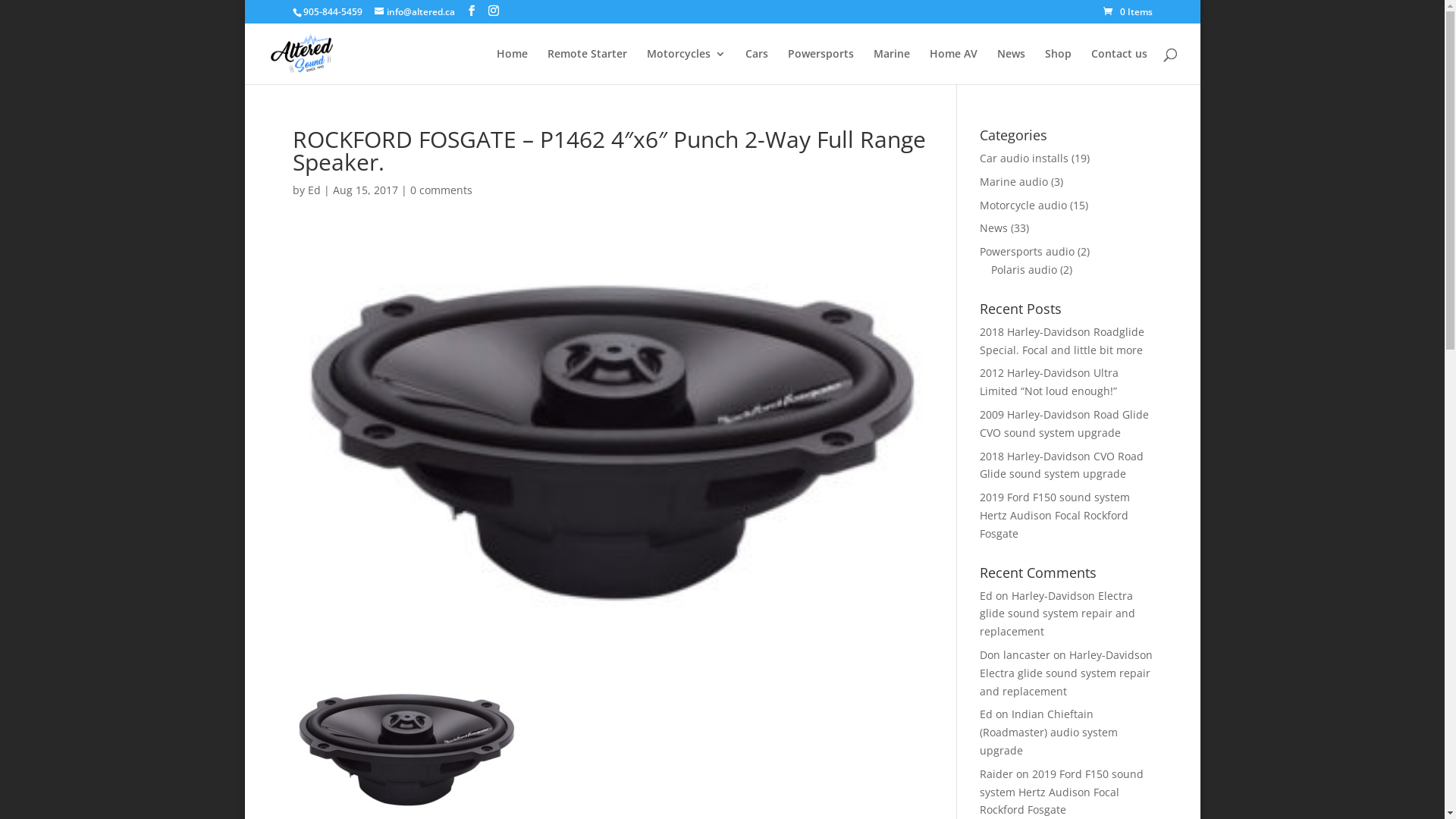  What do you see at coordinates (1063, 423) in the screenshot?
I see `'2009 Harley-Davidson Road Glide CVO sound system upgrade'` at bounding box center [1063, 423].